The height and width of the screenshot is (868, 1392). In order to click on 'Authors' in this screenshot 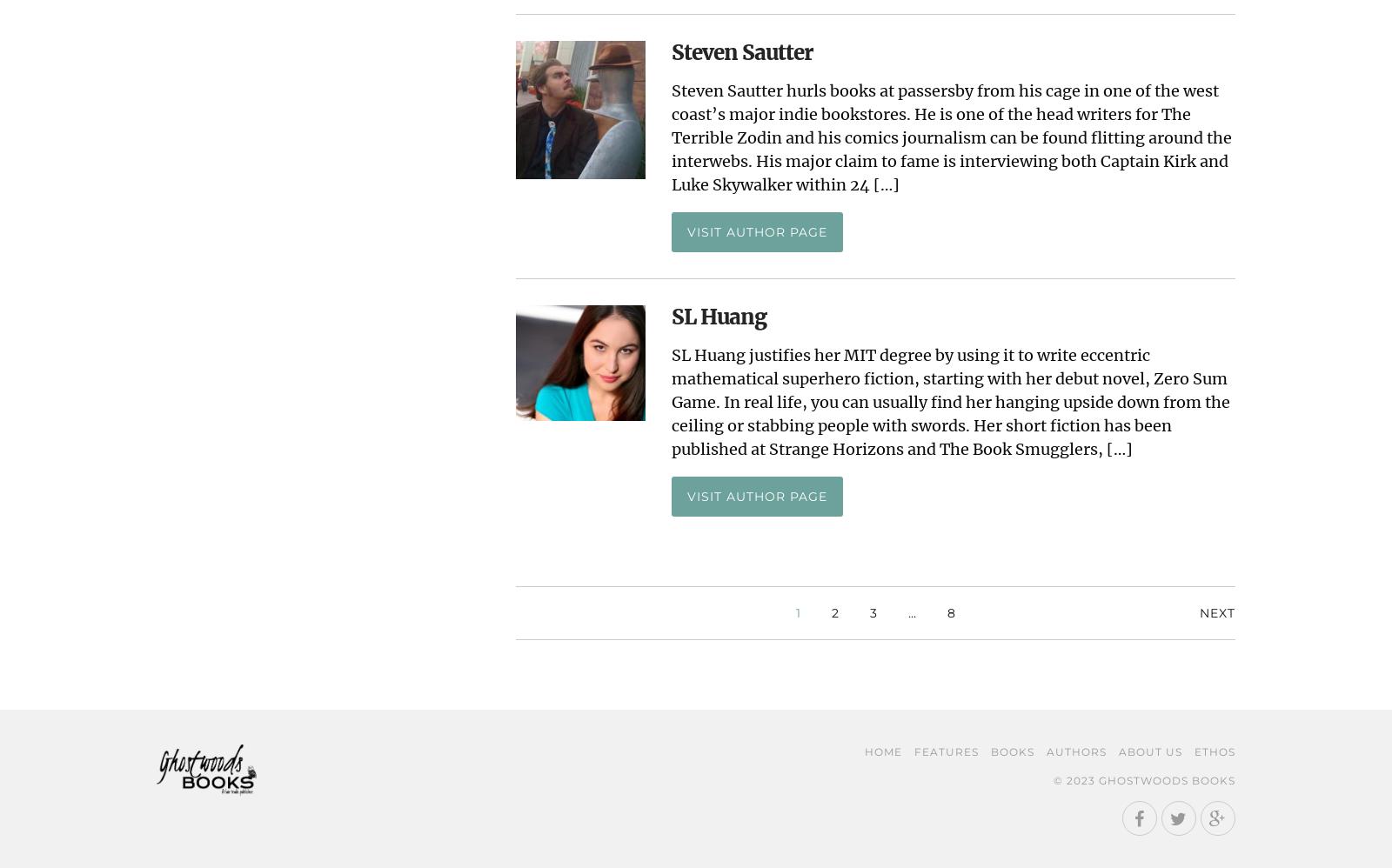, I will do `click(1075, 751)`.